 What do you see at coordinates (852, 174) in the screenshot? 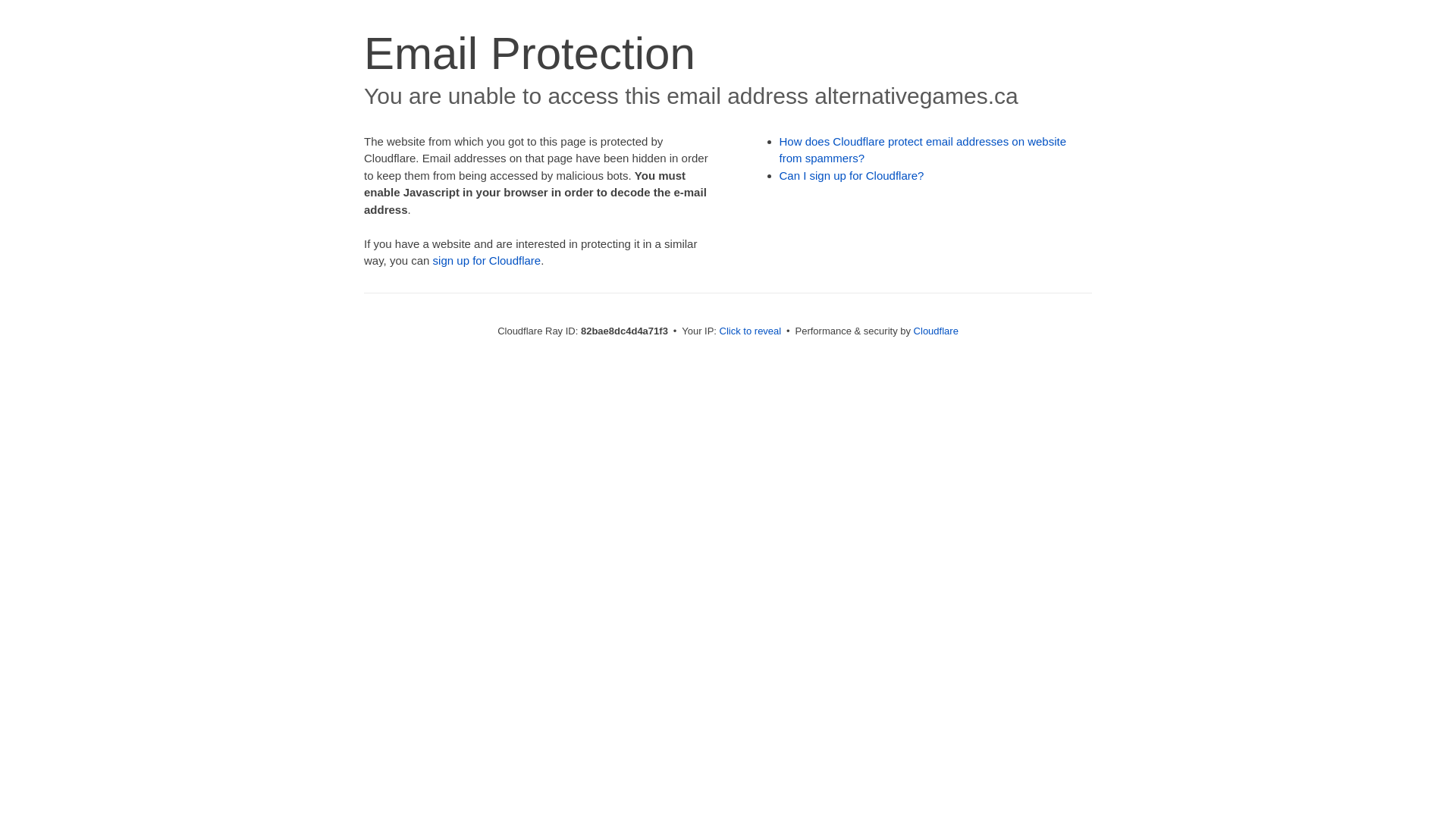
I see `'Can I sign up for Cloudflare?'` at bounding box center [852, 174].